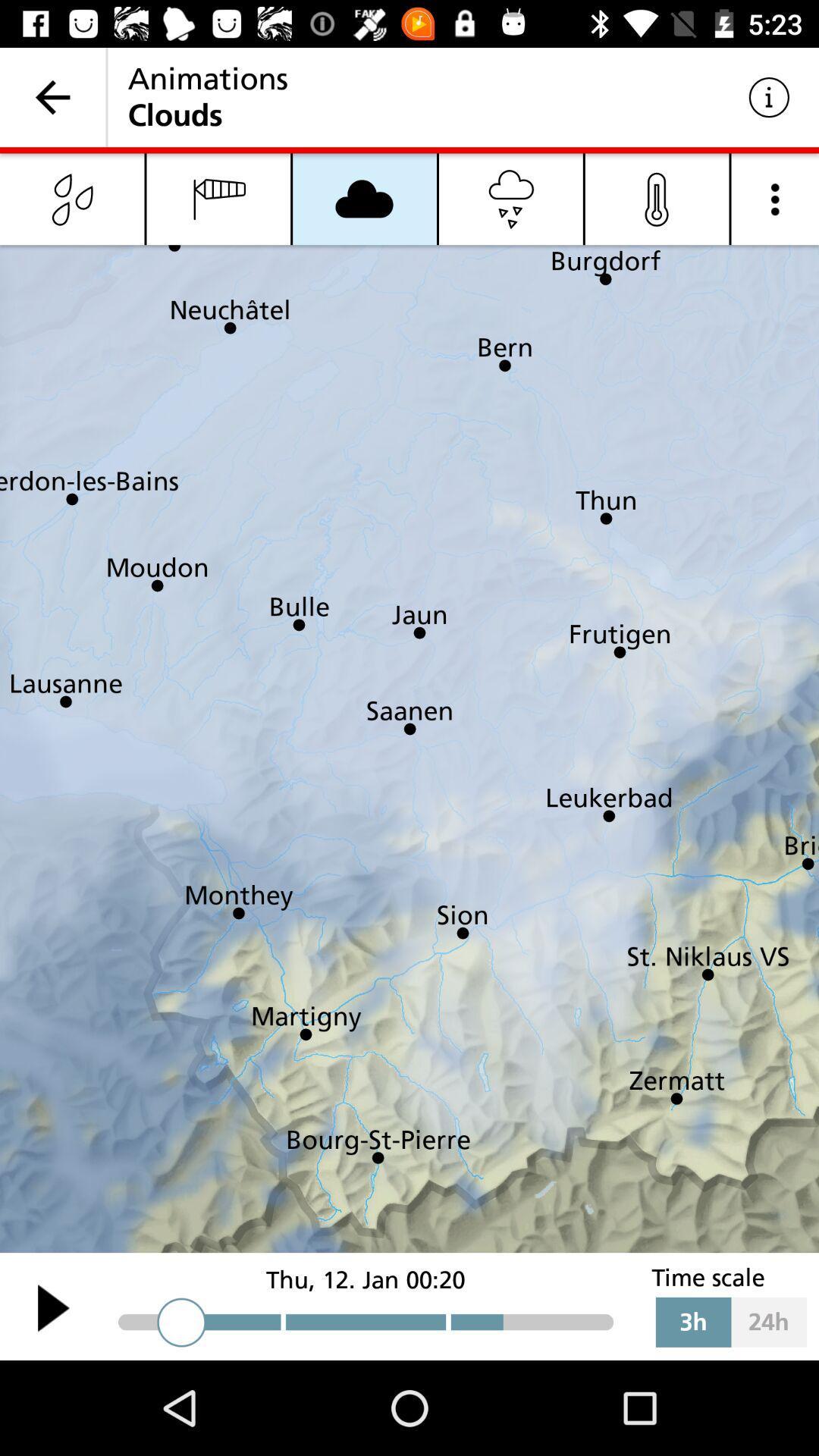 The image size is (819, 1456). Describe the element at coordinates (775, 198) in the screenshot. I see `show additional options` at that location.